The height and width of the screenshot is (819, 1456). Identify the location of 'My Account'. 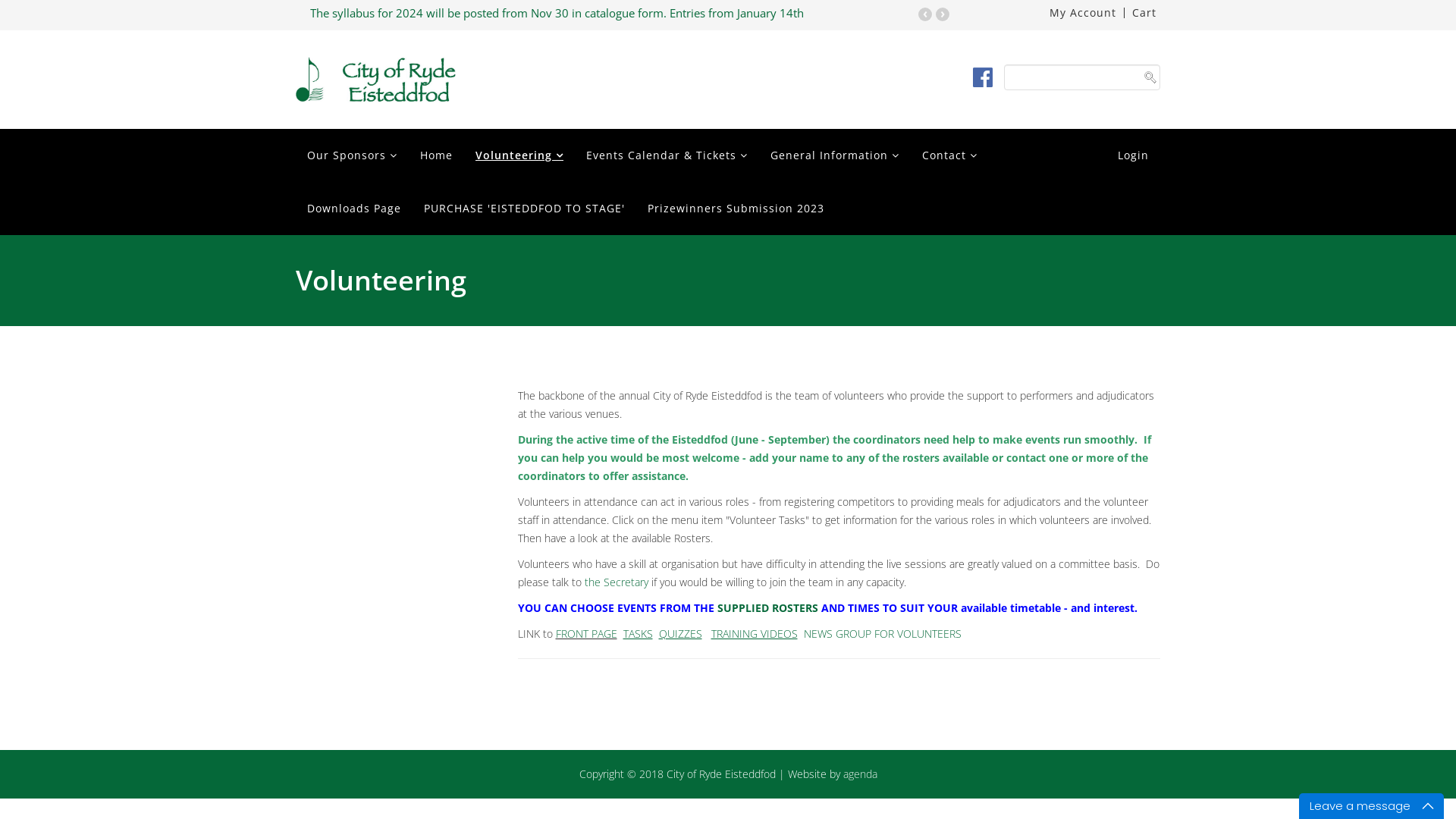
(1081, 12).